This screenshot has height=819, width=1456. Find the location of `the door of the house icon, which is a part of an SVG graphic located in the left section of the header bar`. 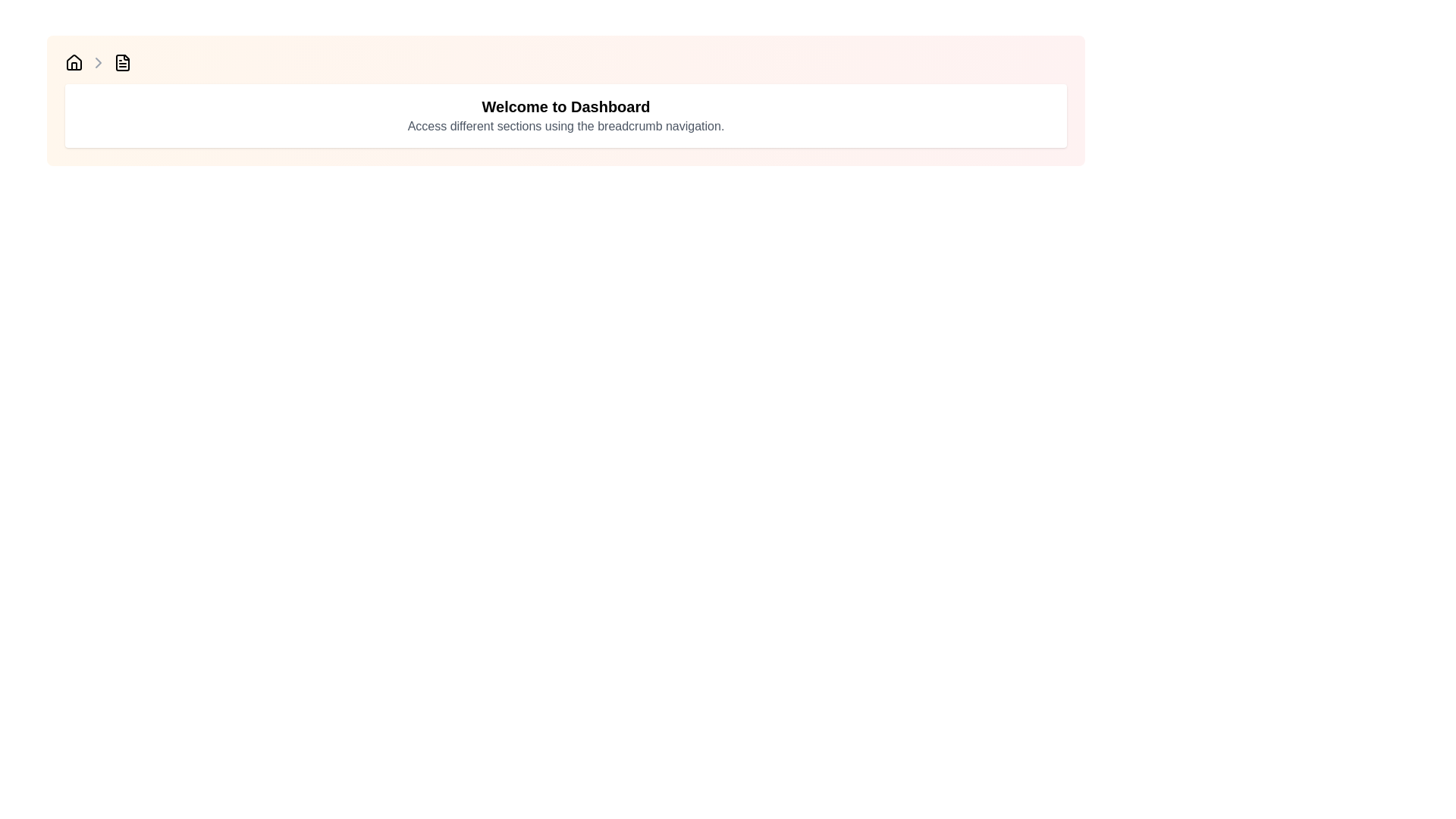

the door of the house icon, which is a part of an SVG graphic located in the left section of the header bar is located at coordinates (73, 65).